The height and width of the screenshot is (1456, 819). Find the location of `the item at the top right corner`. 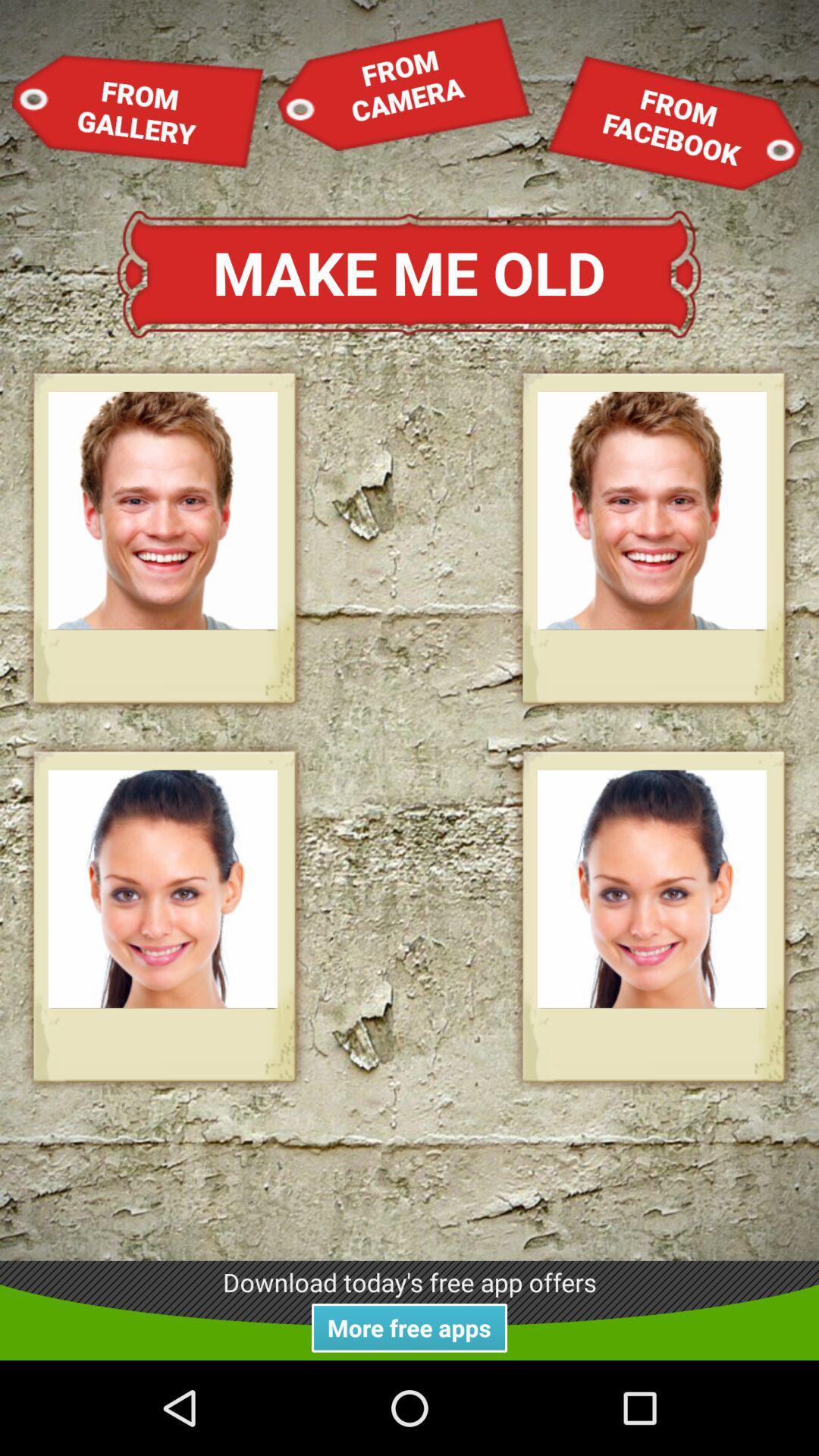

the item at the top right corner is located at coordinates (674, 123).